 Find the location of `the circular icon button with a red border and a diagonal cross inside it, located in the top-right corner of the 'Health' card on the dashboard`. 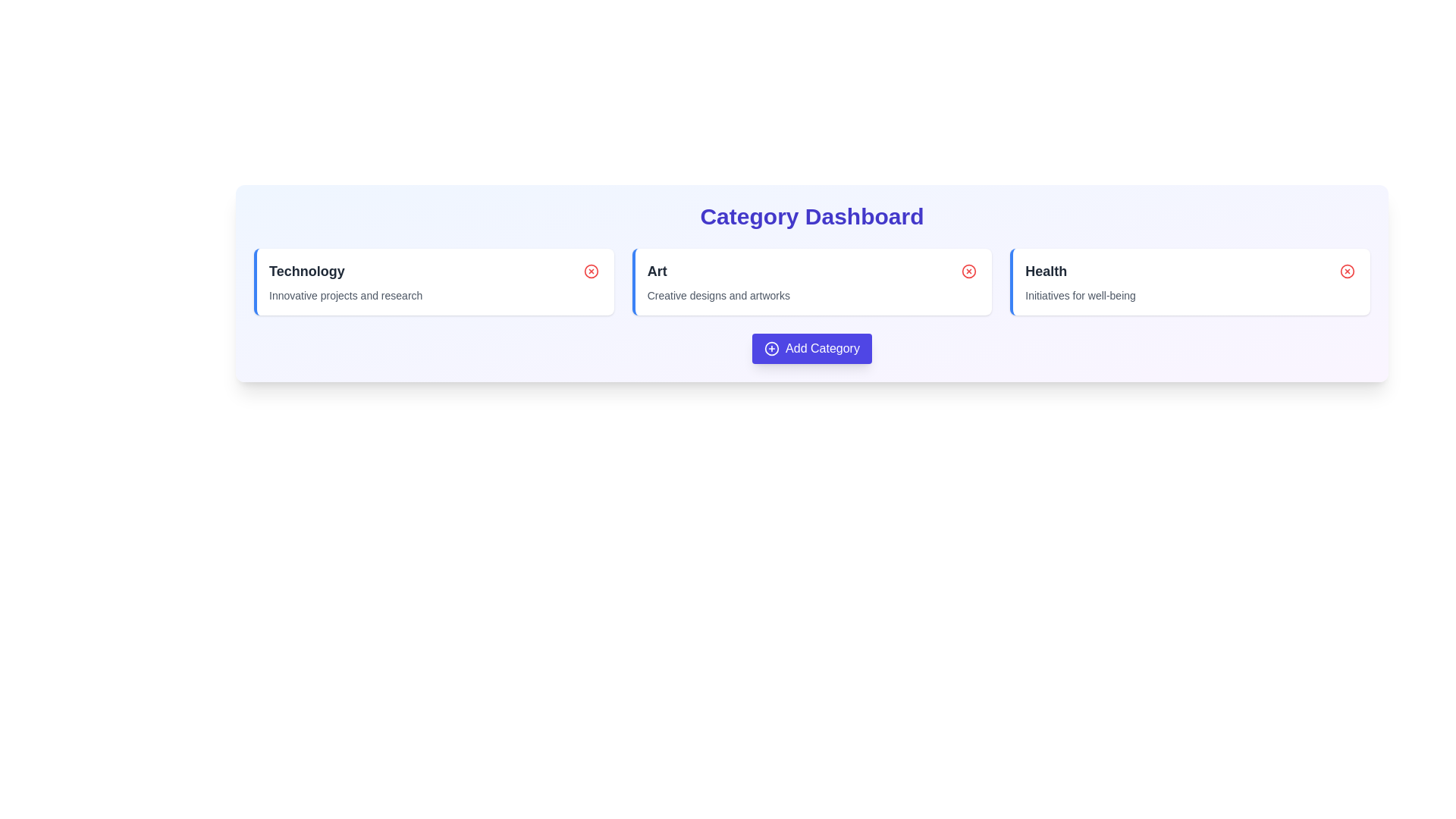

the circular icon button with a red border and a diagonal cross inside it, located in the top-right corner of the 'Health' card on the dashboard is located at coordinates (1347, 271).